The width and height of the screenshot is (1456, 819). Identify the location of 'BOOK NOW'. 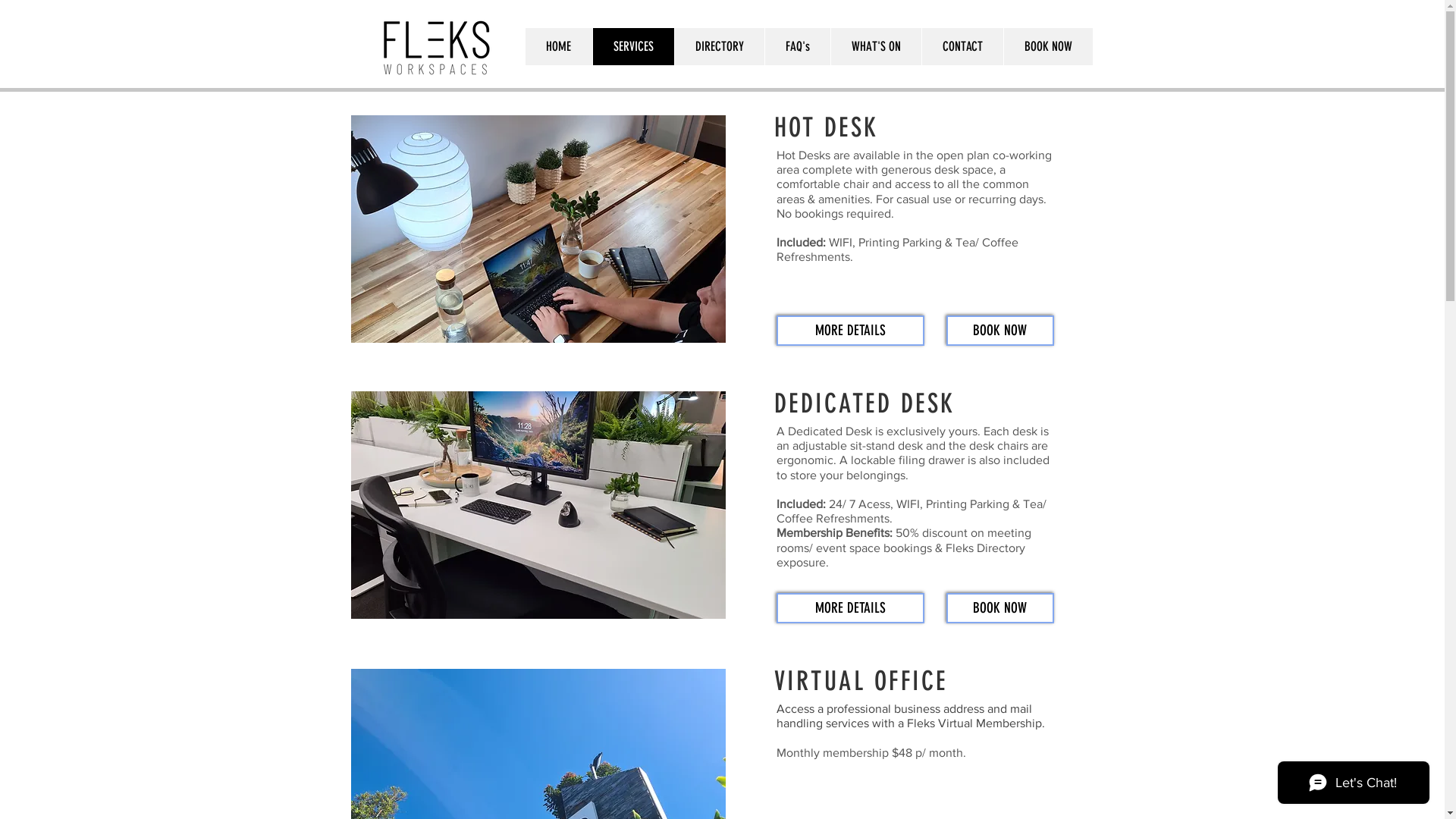
(1046, 45).